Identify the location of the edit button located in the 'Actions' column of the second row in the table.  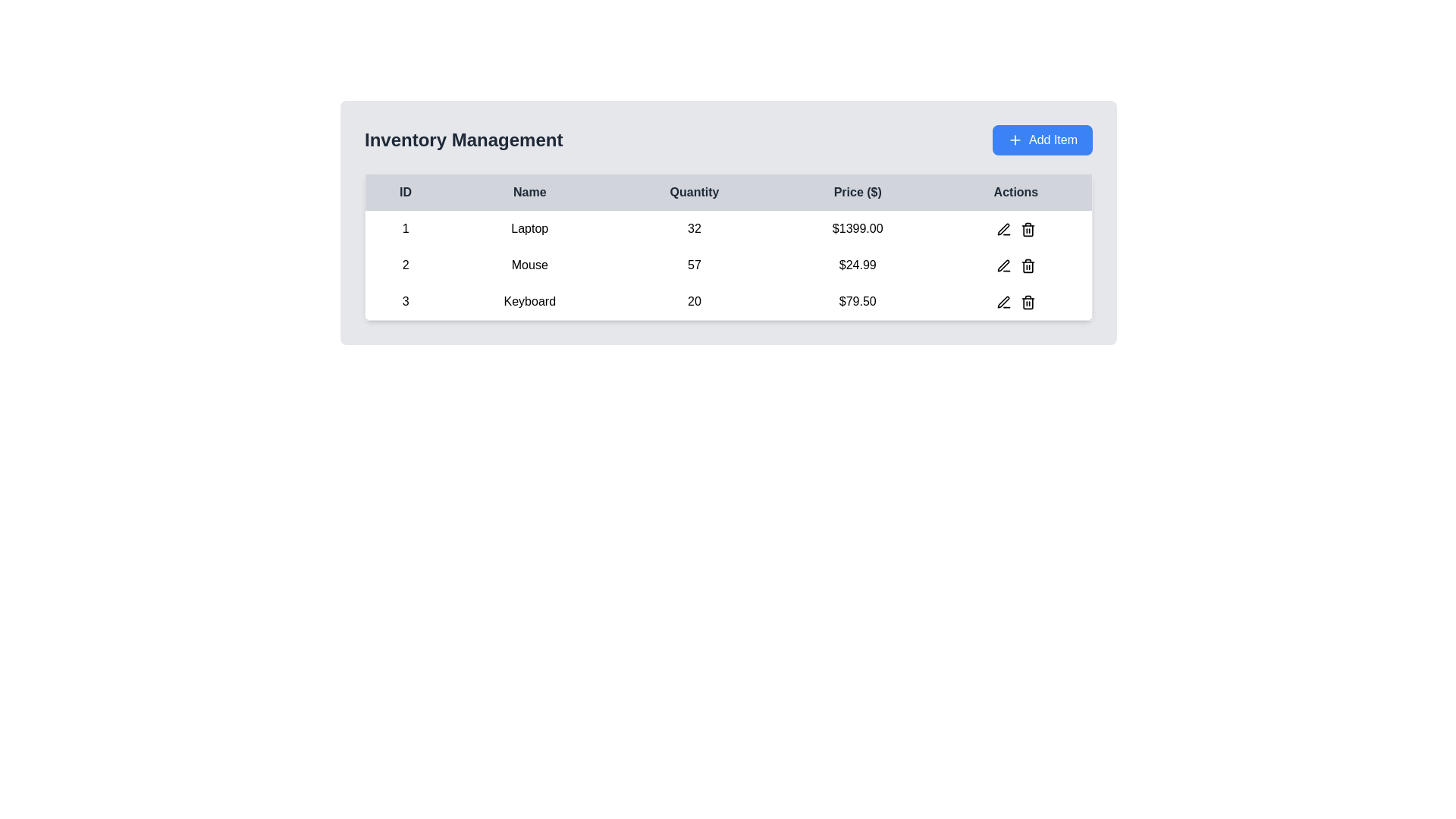
(1003, 265).